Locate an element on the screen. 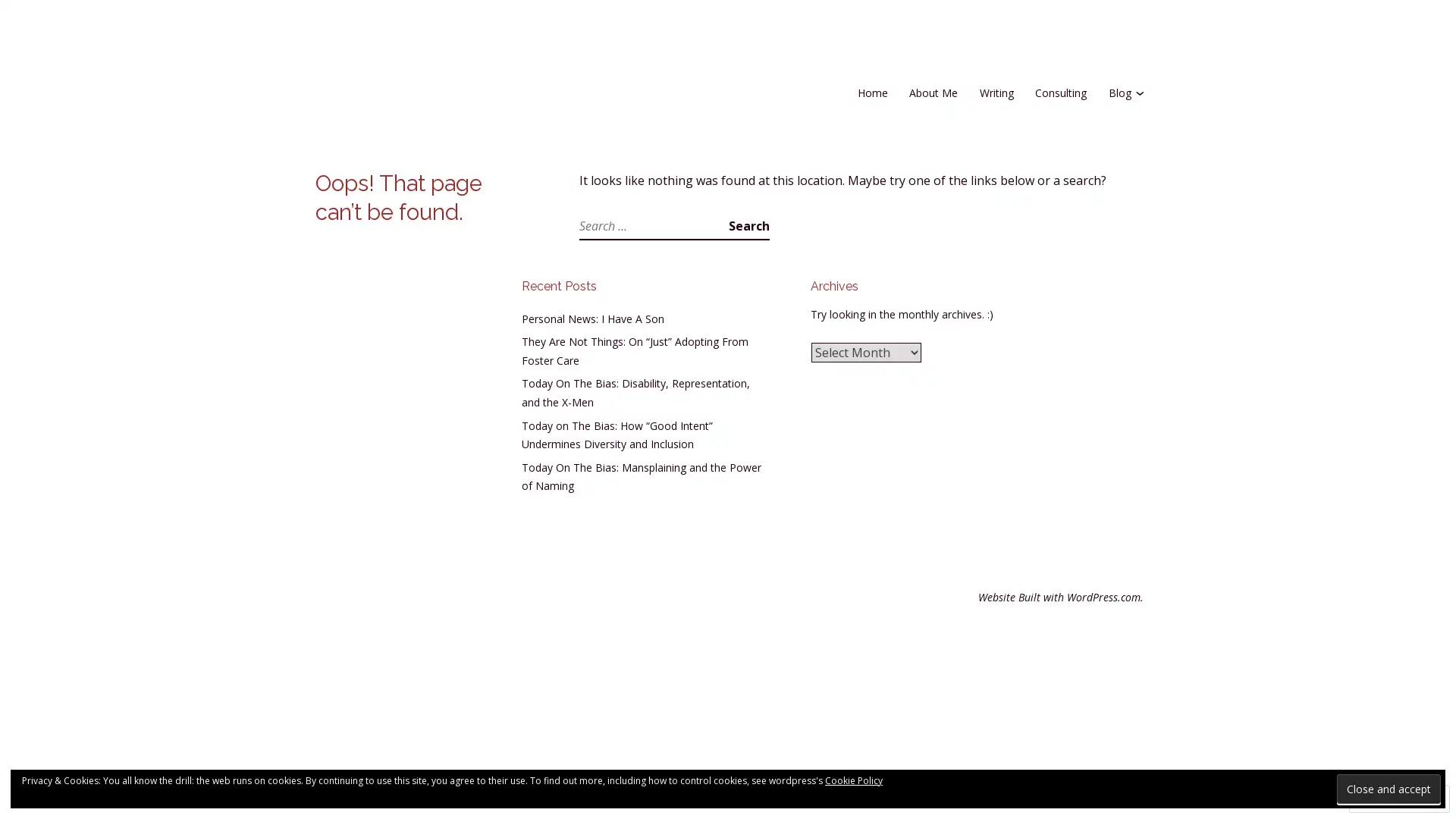 This screenshot has width=1456, height=819. Close and accept is located at coordinates (1389, 788).